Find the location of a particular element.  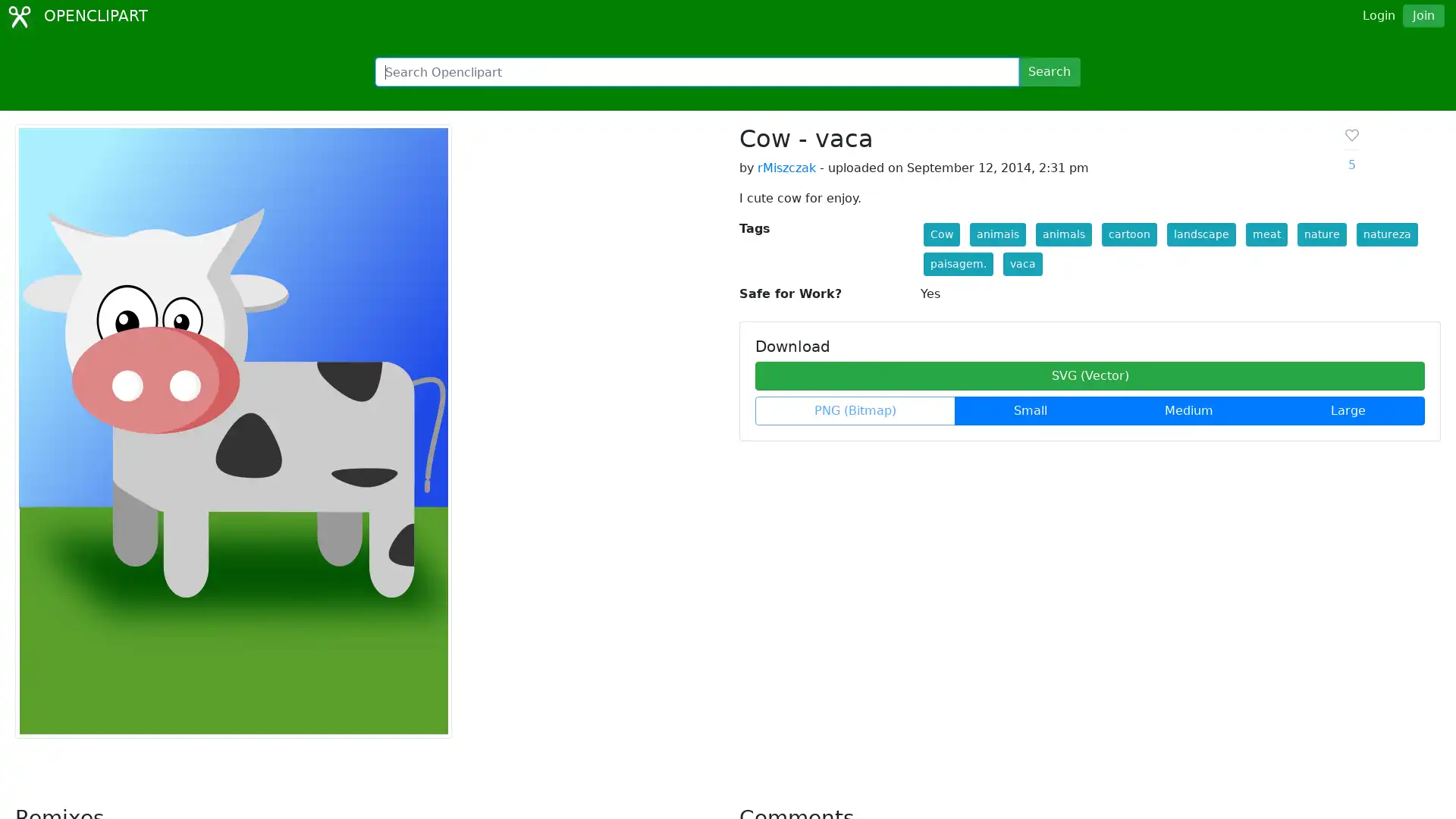

animals is located at coordinates (1062, 234).